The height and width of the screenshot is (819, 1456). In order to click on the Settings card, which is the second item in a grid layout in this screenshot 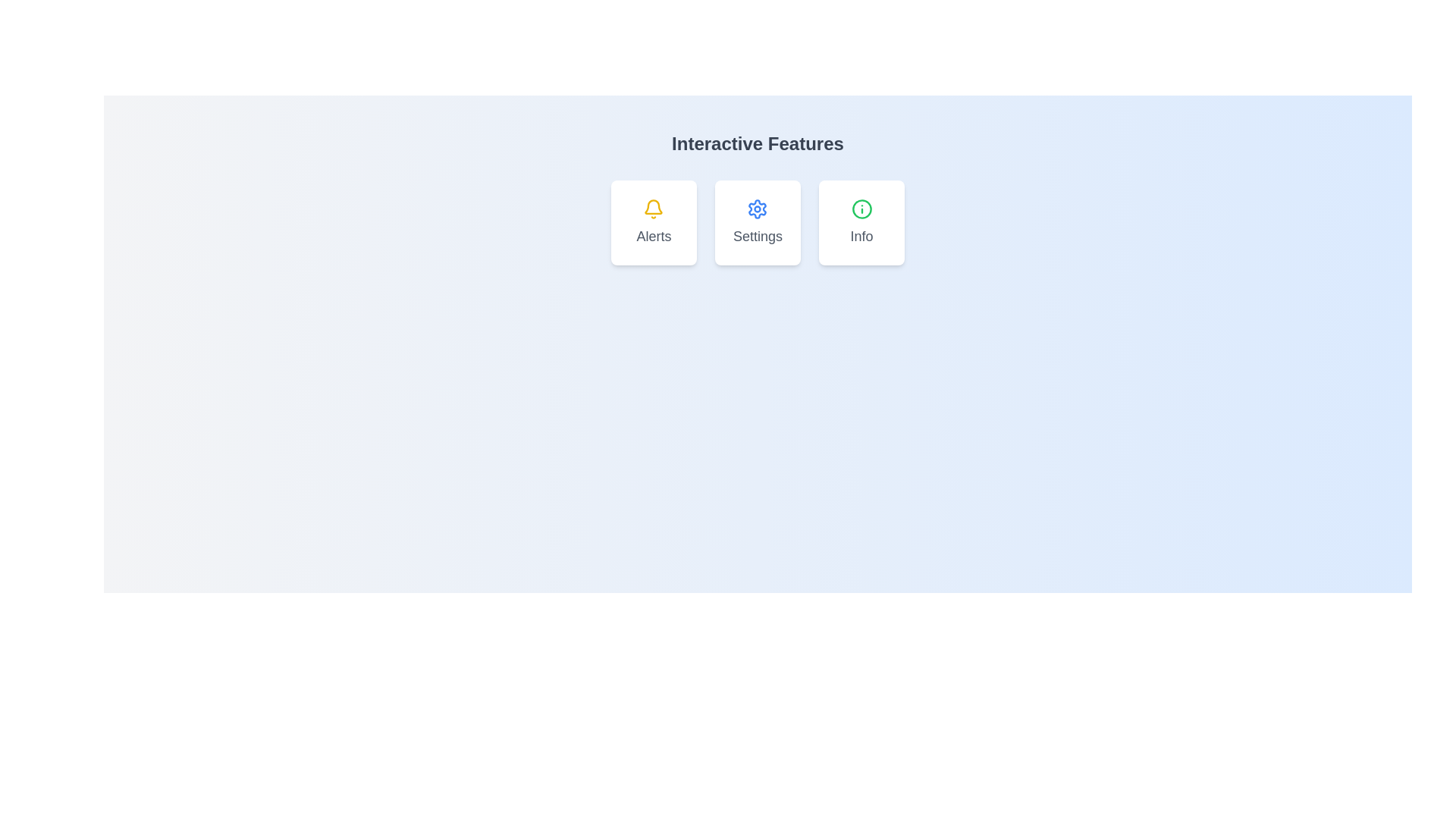, I will do `click(758, 222)`.